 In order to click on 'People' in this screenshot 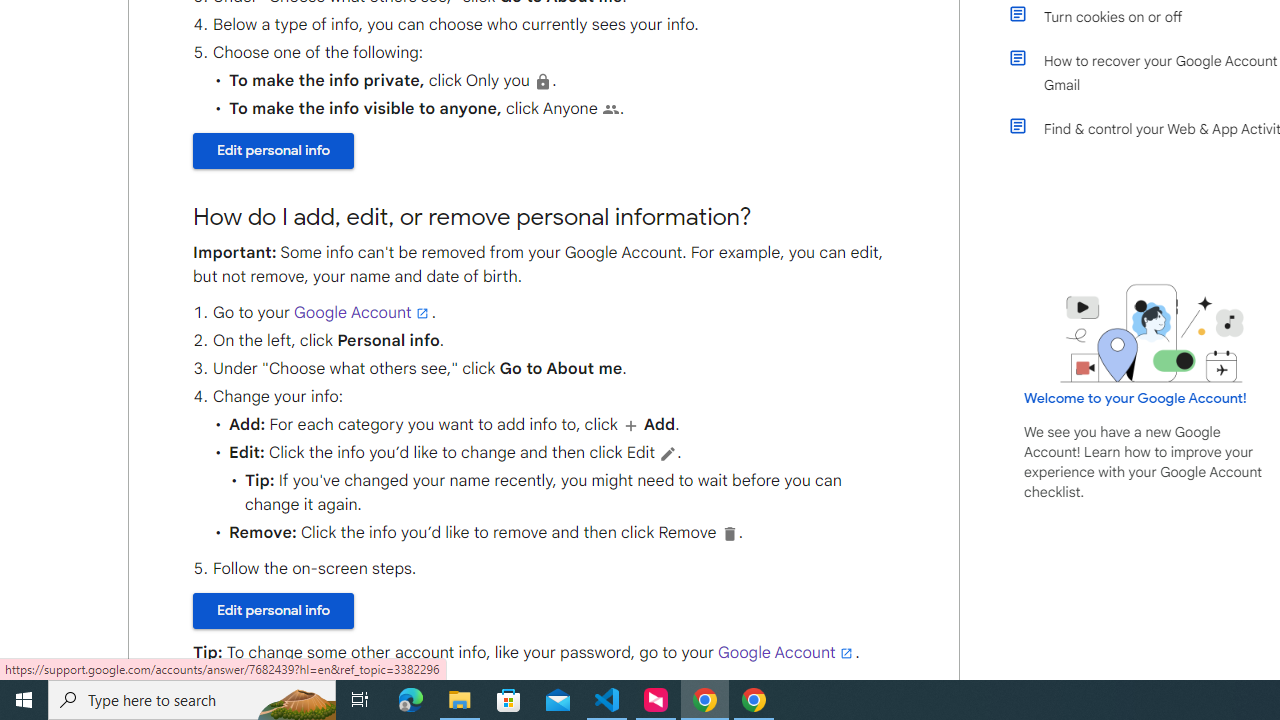, I will do `click(609, 109)`.